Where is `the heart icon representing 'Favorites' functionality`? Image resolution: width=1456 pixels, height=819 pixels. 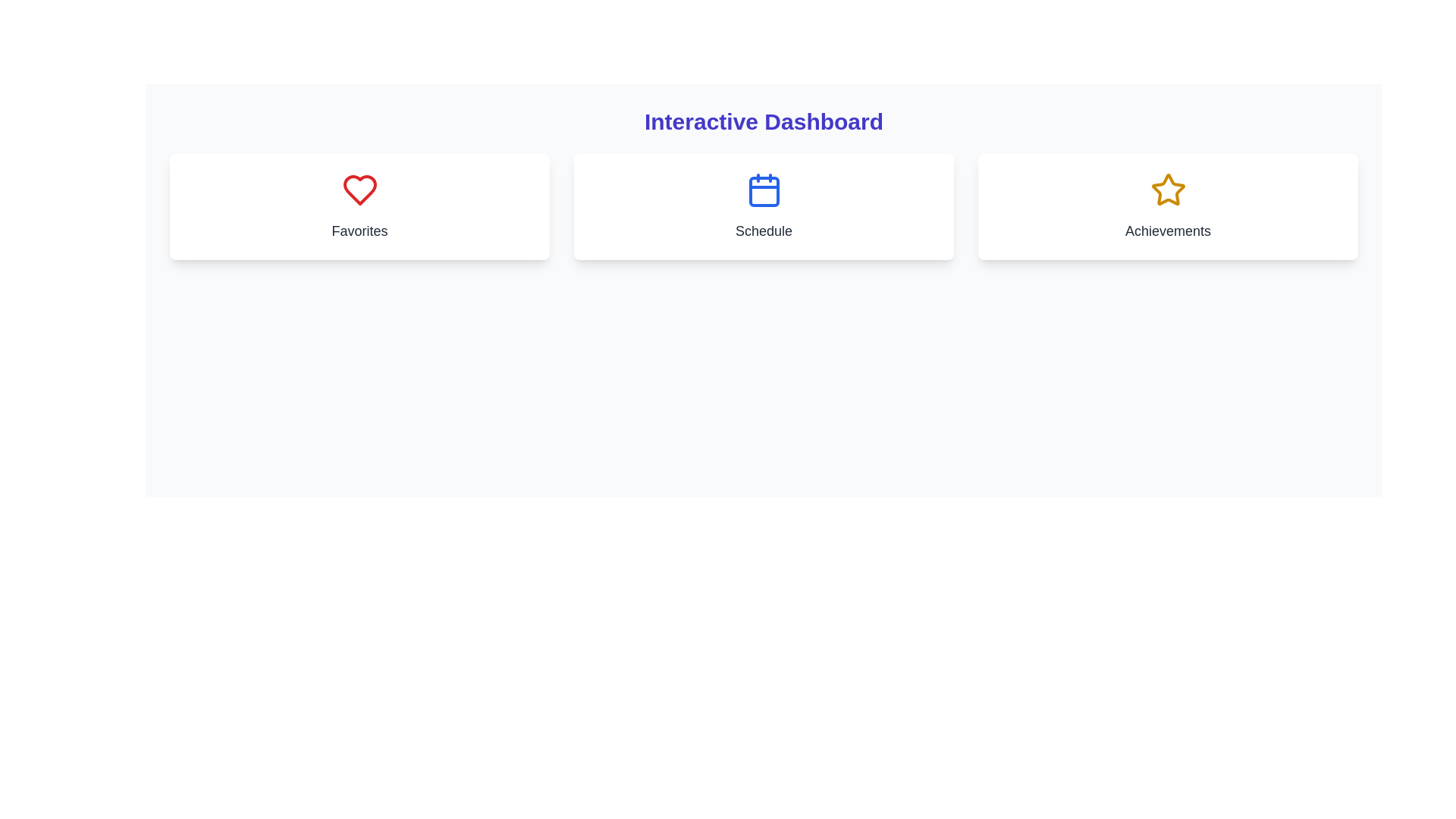
the heart icon representing 'Favorites' functionality is located at coordinates (359, 189).